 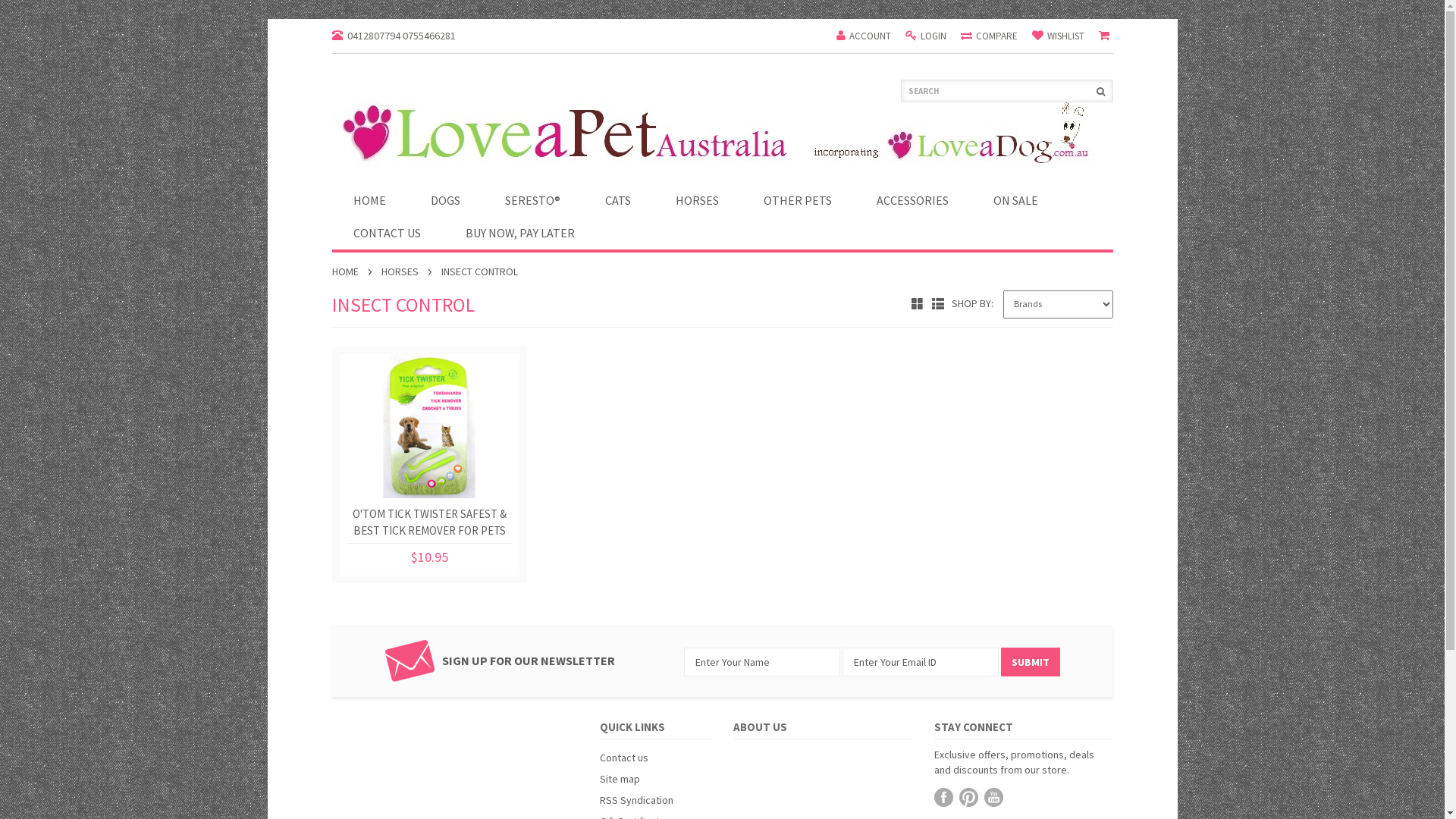 What do you see at coordinates (912, 199) in the screenshot?
I see `'ACCESSORIES'` at bounding box center [912, 199].